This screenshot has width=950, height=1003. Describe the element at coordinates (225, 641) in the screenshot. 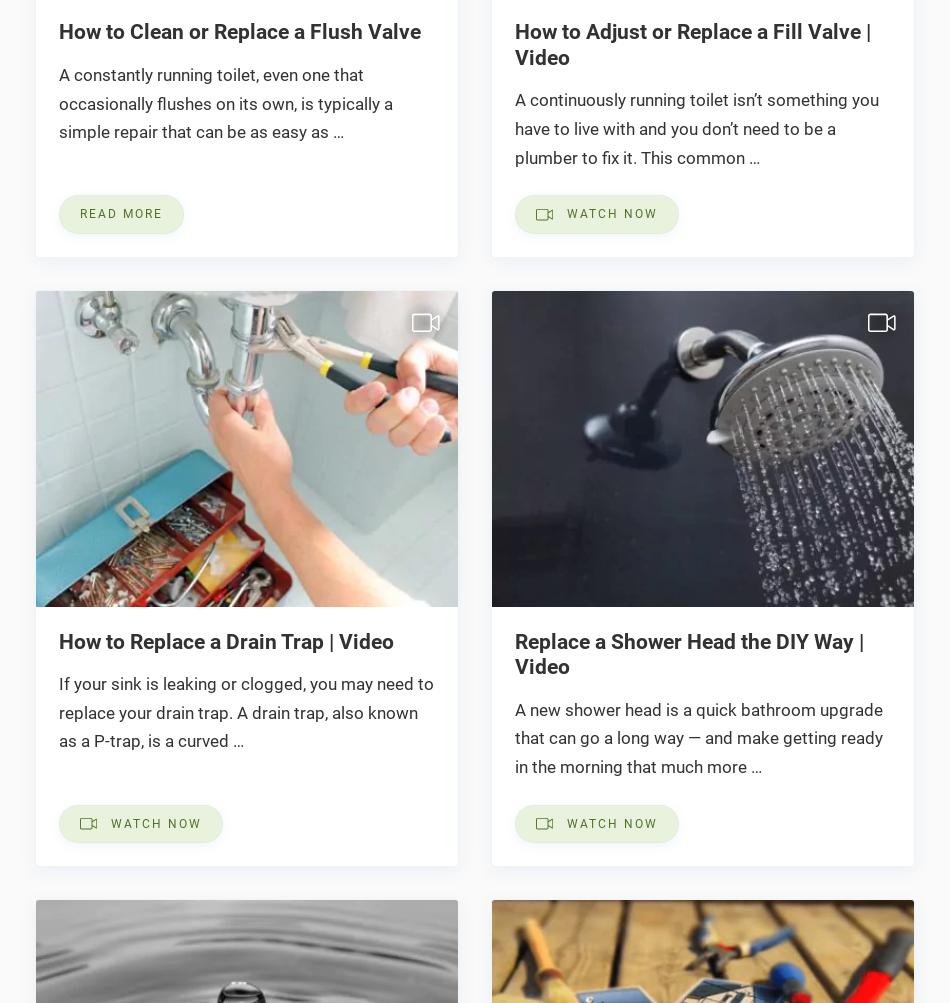

I see `'How to Replace a Drain Trap | Video'` at that location.